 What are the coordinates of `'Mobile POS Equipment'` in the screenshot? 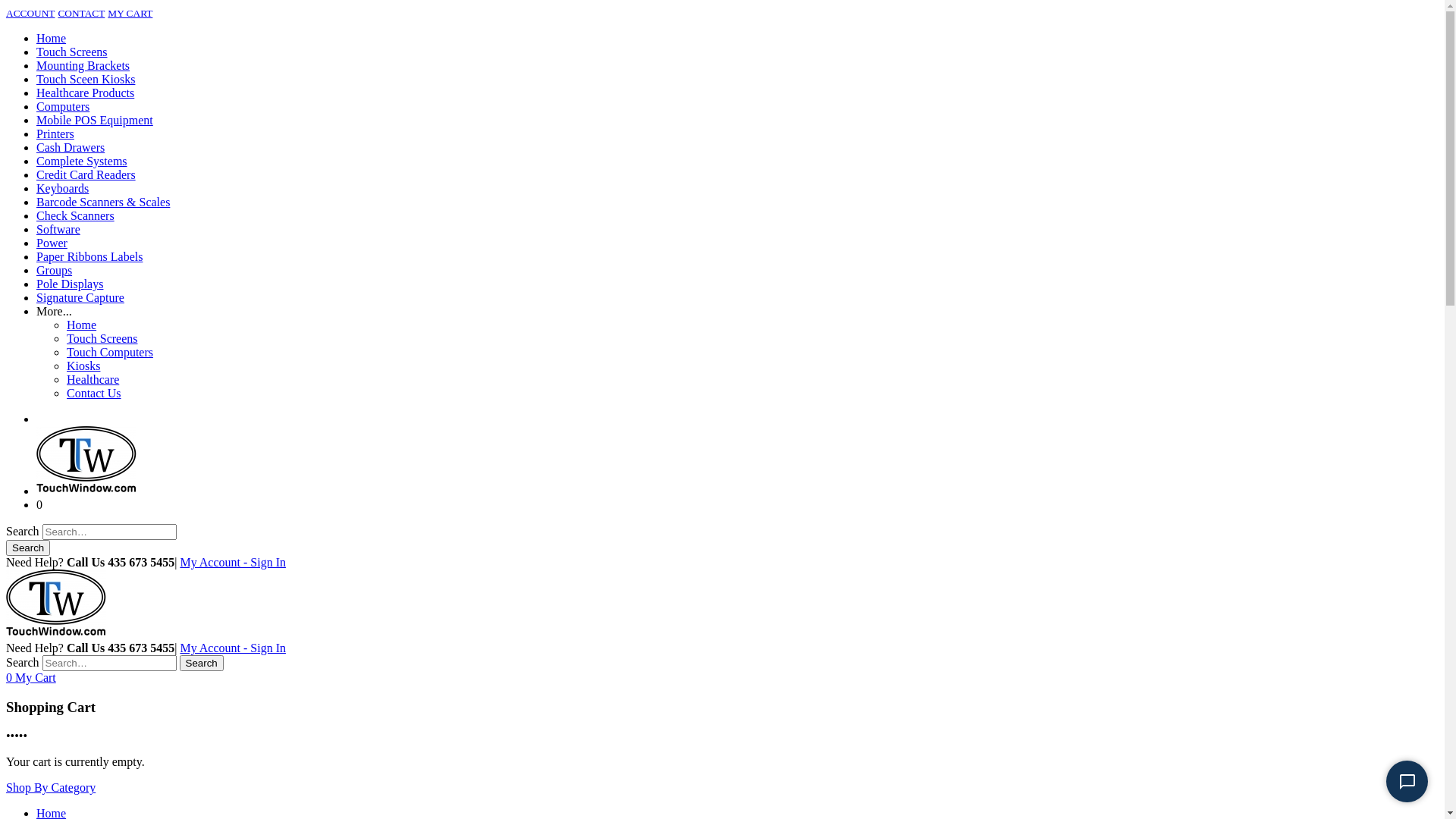 It's located at (93, 119).